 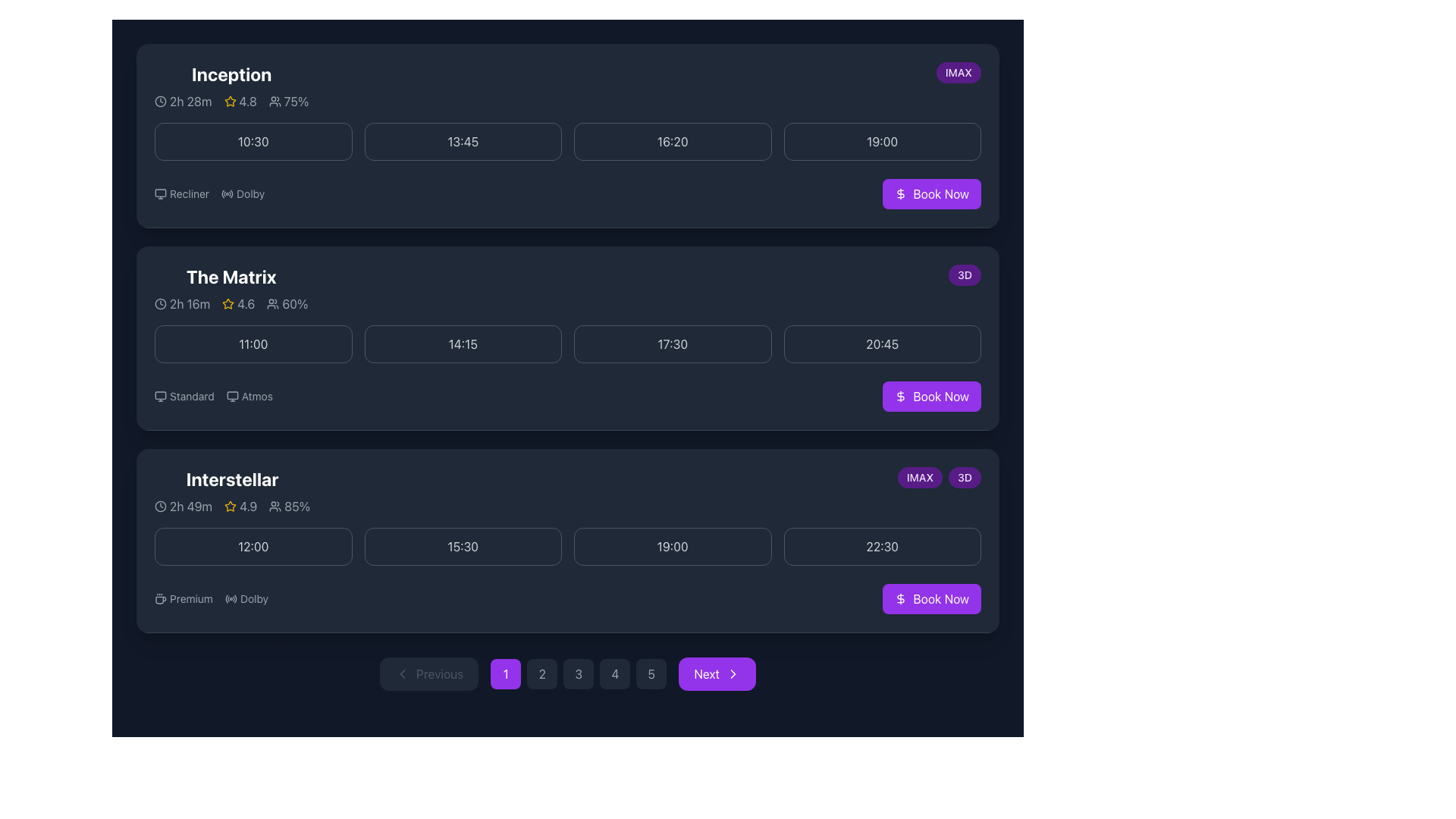 What do you see at coordinates (717, 673) in the screenshot?
I see `the 'Next' button in the pagination control at the bottom of the interface` at bounding box center [717, 673].